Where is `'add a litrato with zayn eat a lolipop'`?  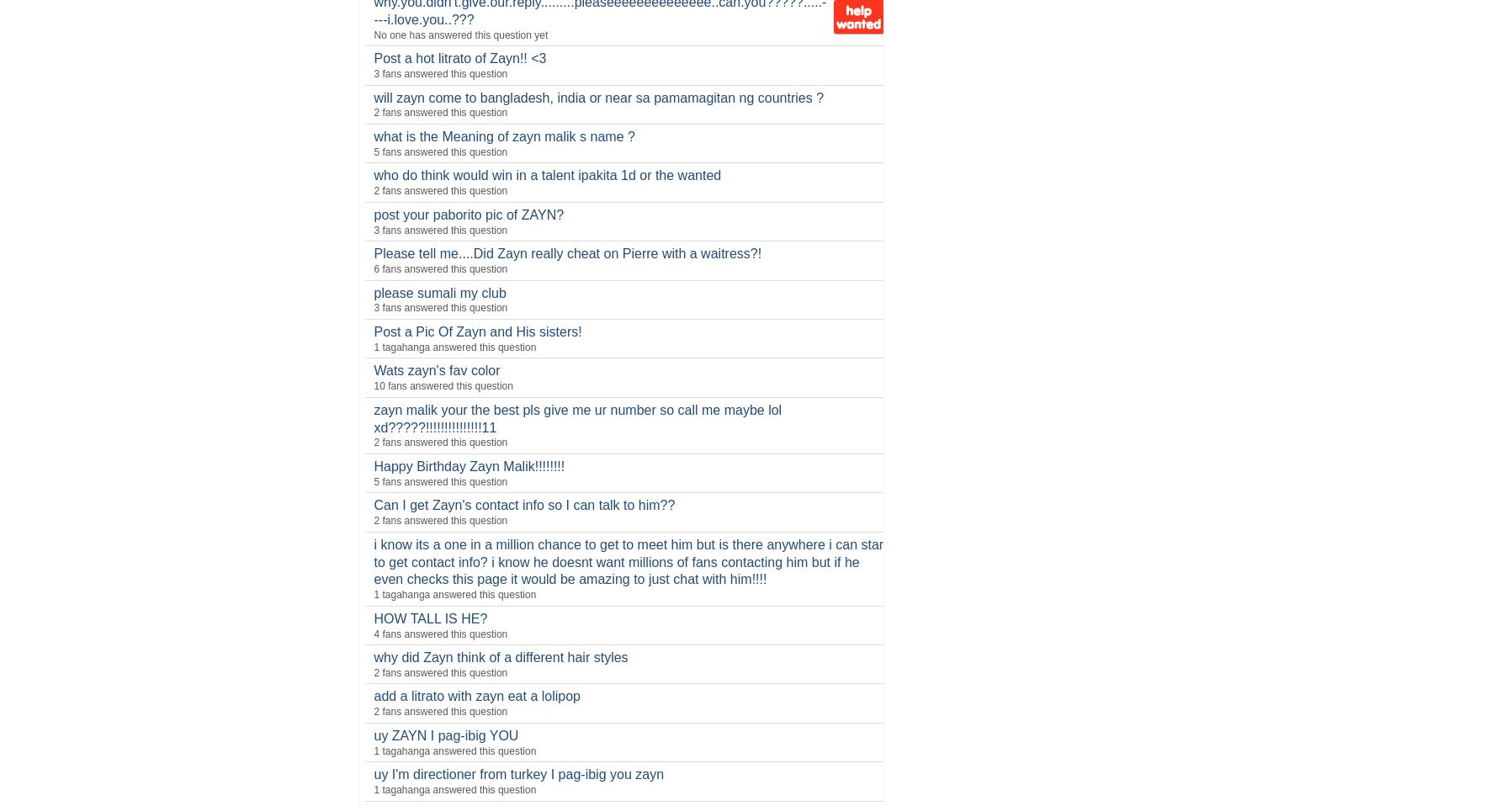
'add a litrato with zayn eat a lolipop' is located at coordinates (476, 695).